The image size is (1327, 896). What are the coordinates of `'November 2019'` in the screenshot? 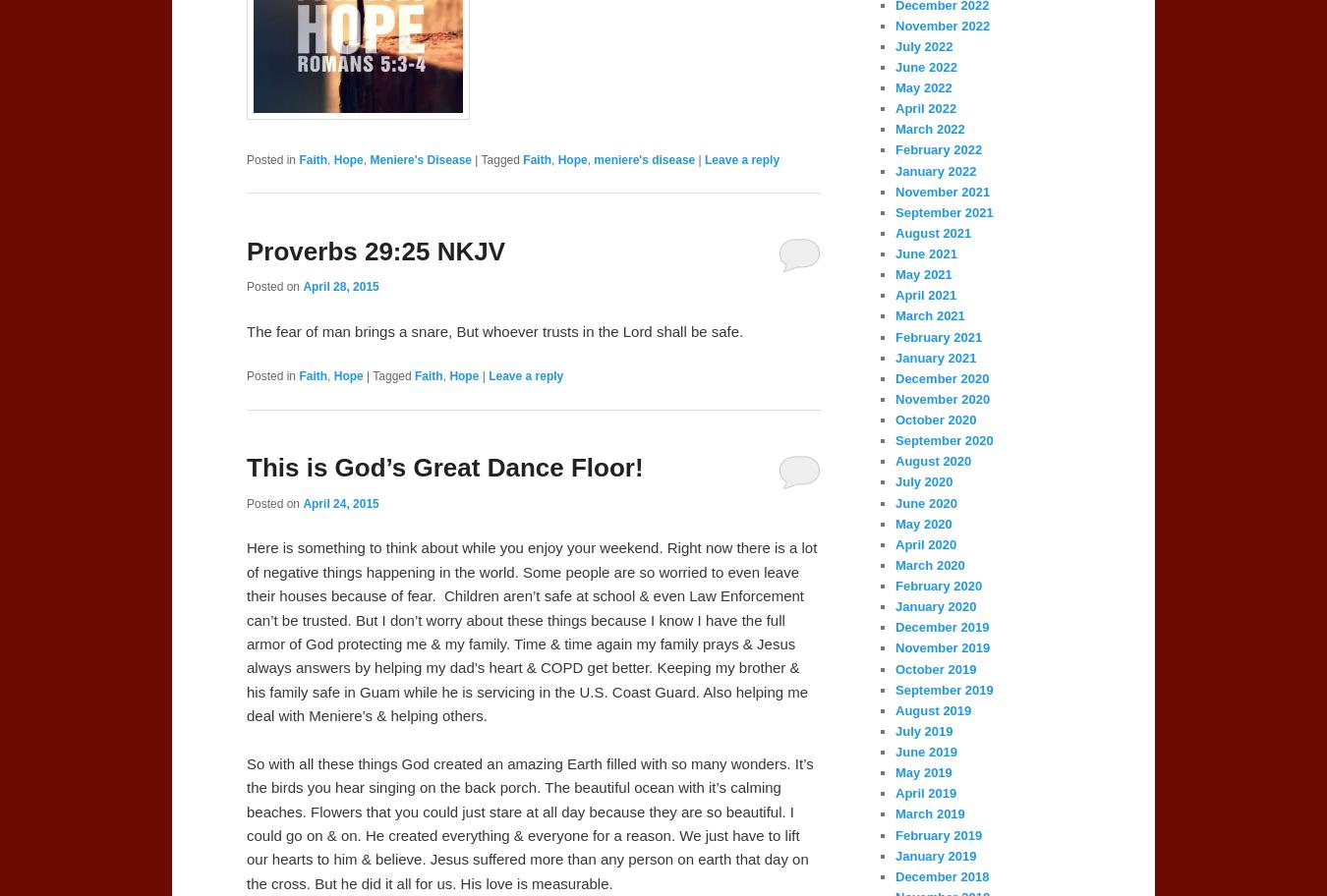 It's located at (894, 646).